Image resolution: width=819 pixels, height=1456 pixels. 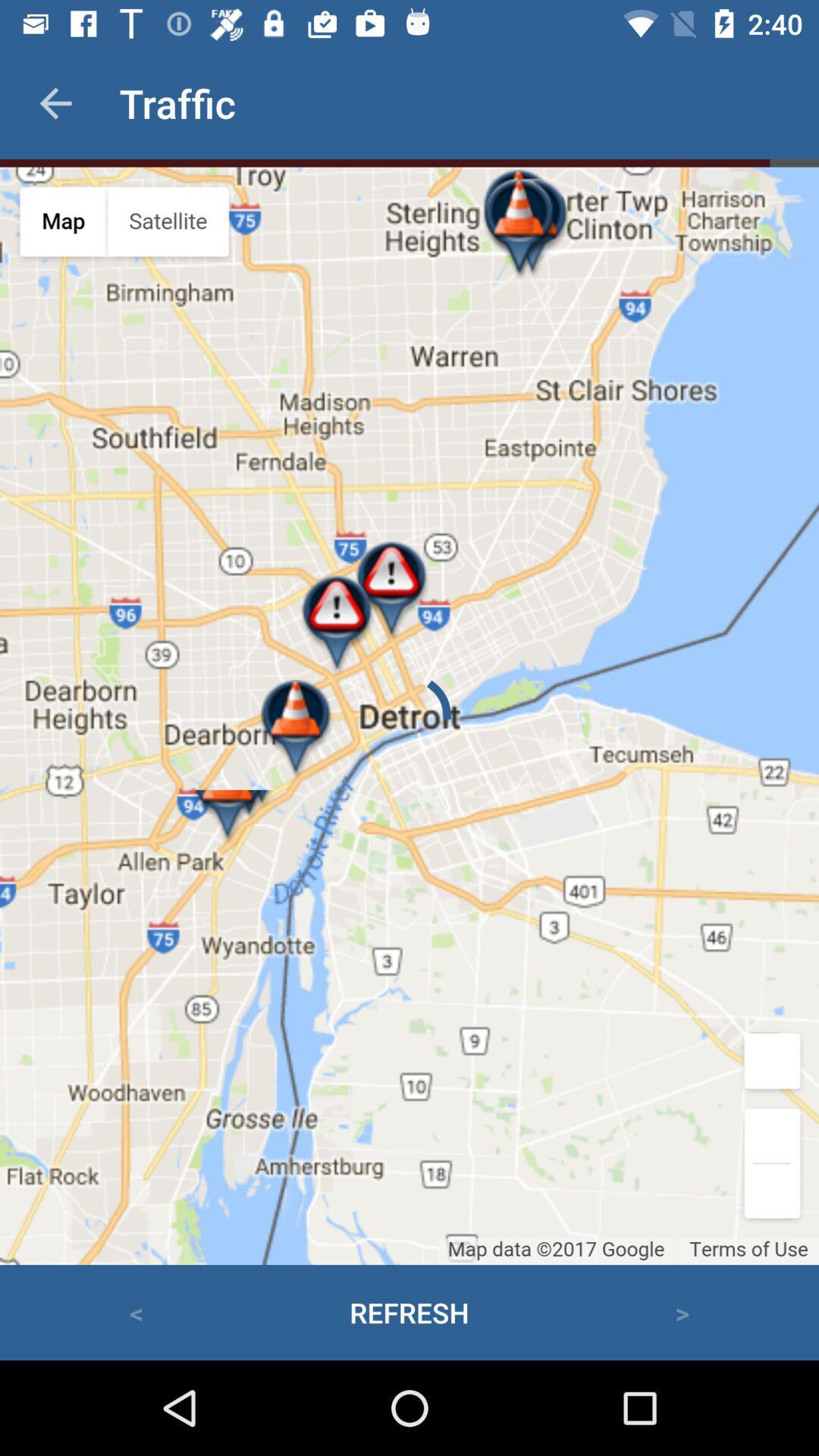 What do you see at coordinates (409, 715) in the screenshot?
I see `refresh map` at bounding box center [409, 715].